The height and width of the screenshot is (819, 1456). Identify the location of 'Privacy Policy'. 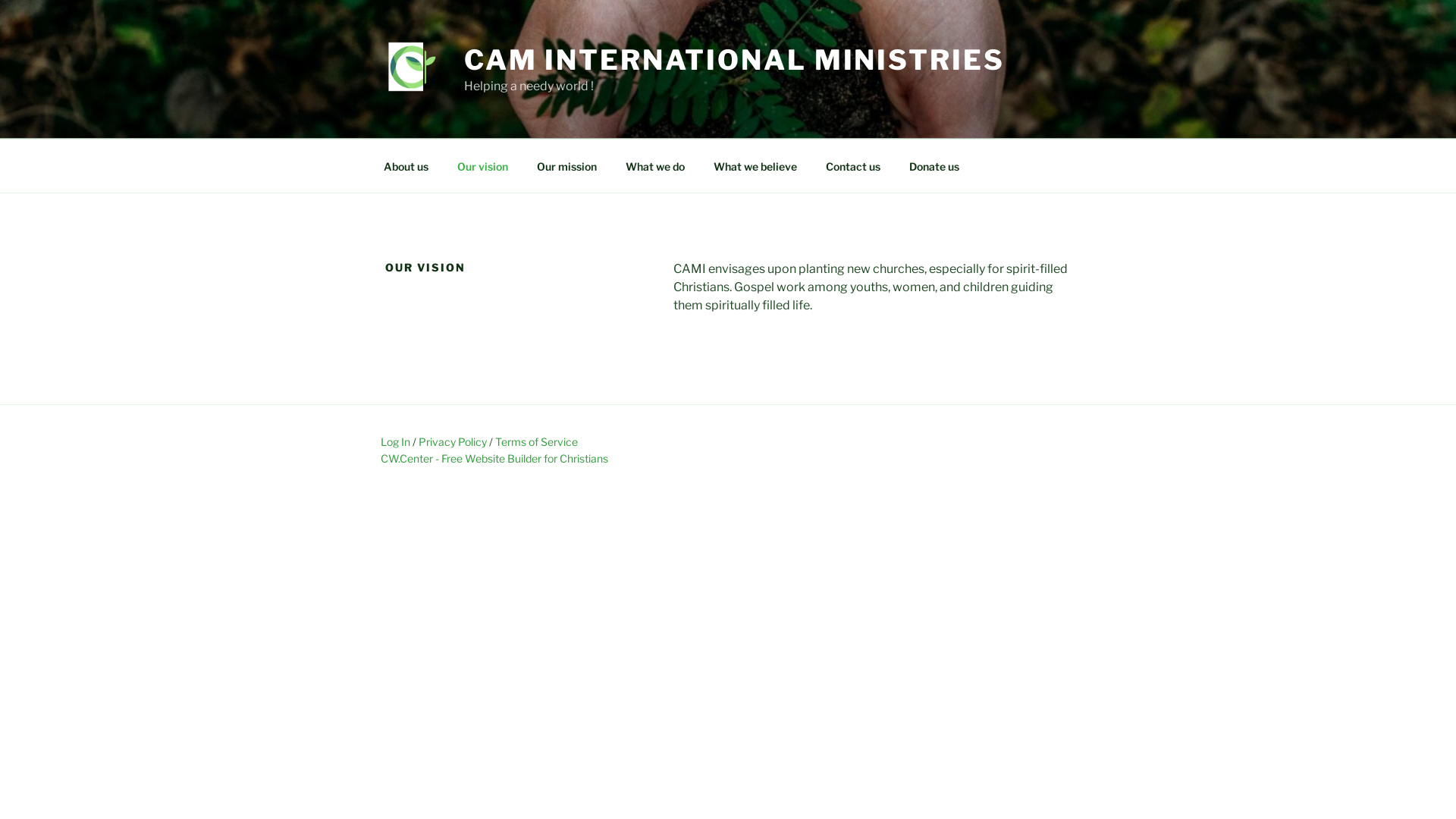
(419, 441).